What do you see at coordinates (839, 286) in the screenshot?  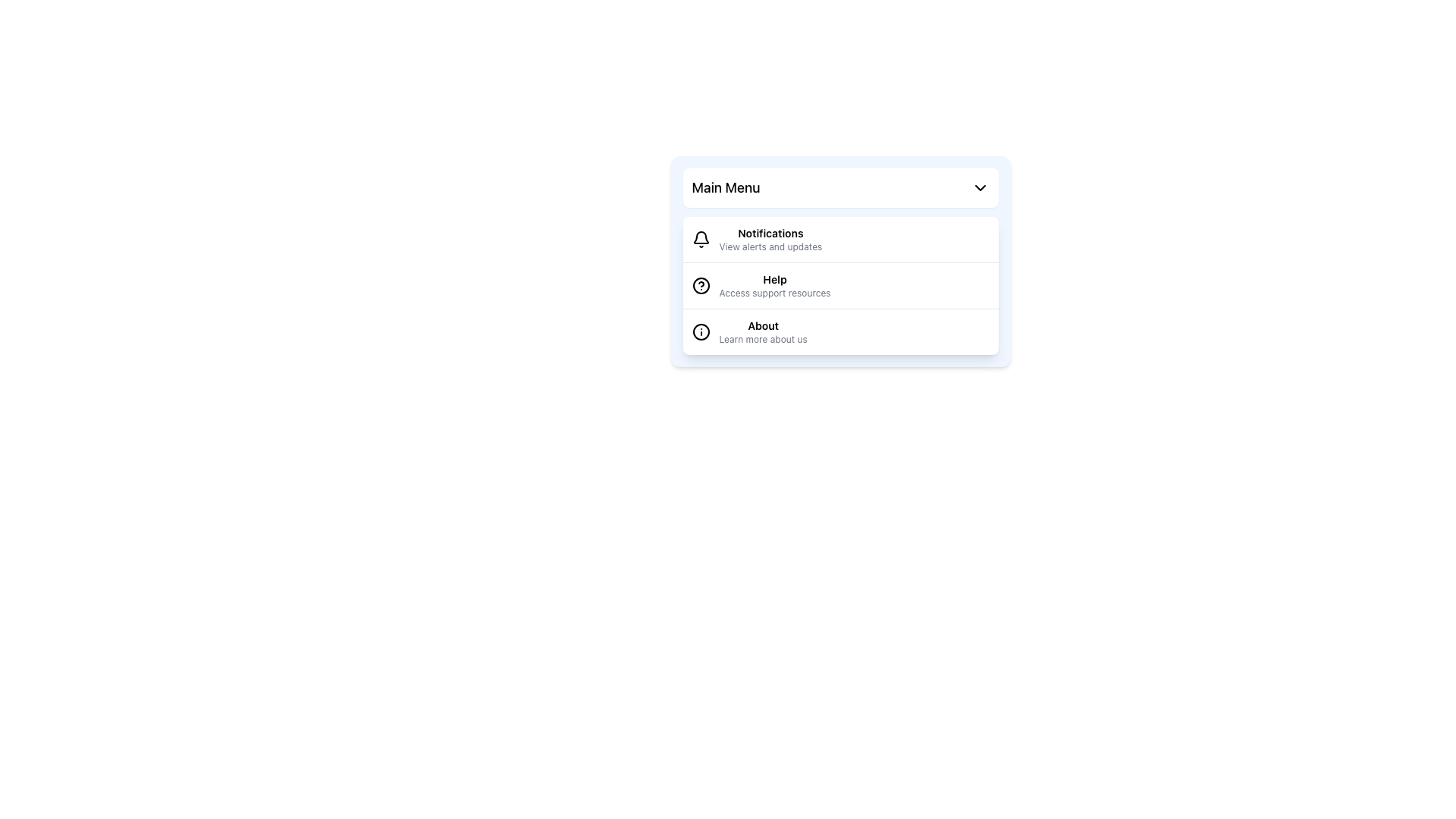 I see `the second item in the interactive list, which serves as a navigational link for support resources` at bounding box center [839, 286].